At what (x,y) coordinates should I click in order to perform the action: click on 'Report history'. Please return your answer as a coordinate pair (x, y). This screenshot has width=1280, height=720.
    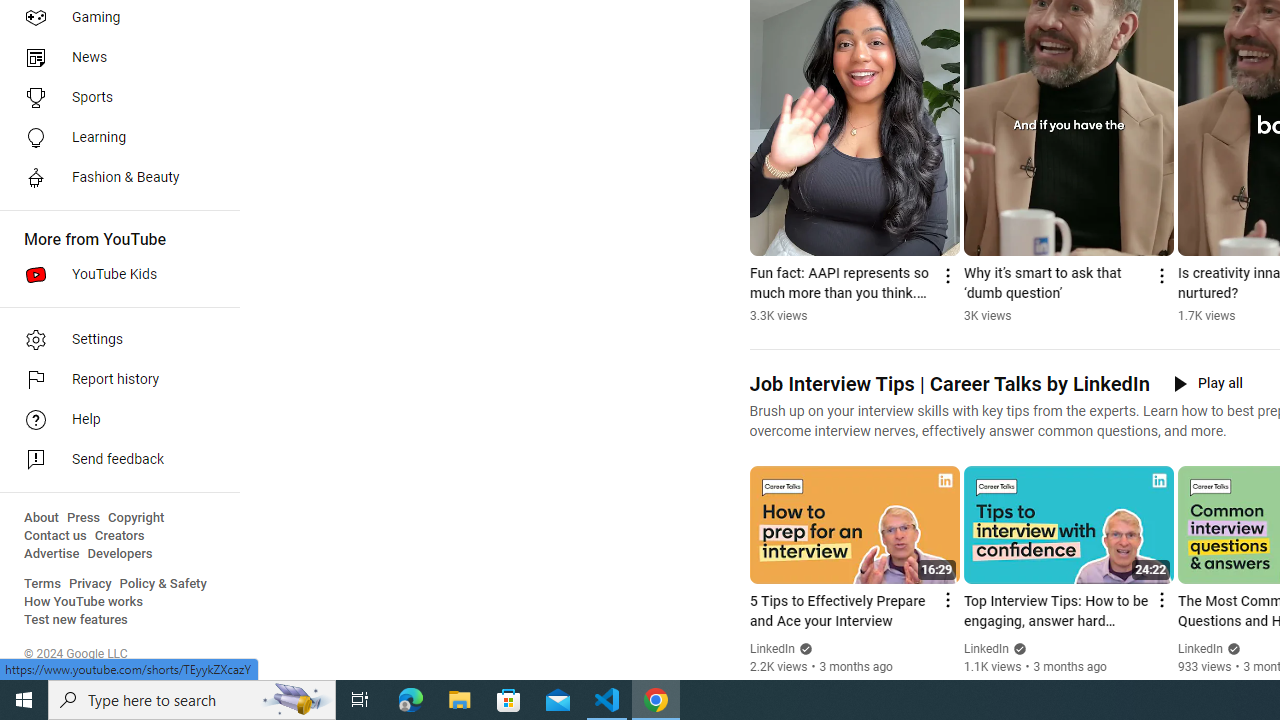
    Looking at the image, I should click on (112, 380).